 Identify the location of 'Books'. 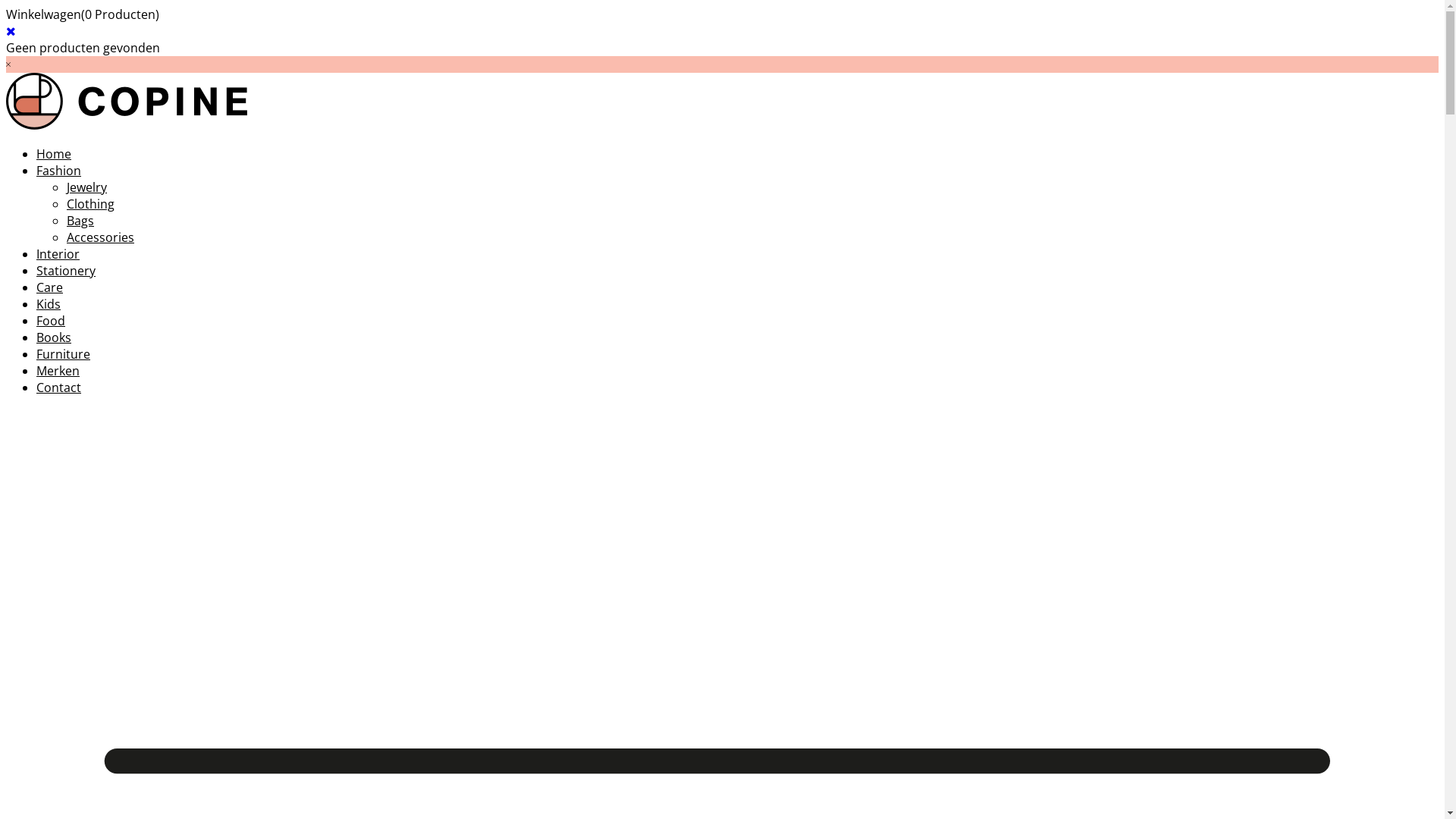
(54, 336).